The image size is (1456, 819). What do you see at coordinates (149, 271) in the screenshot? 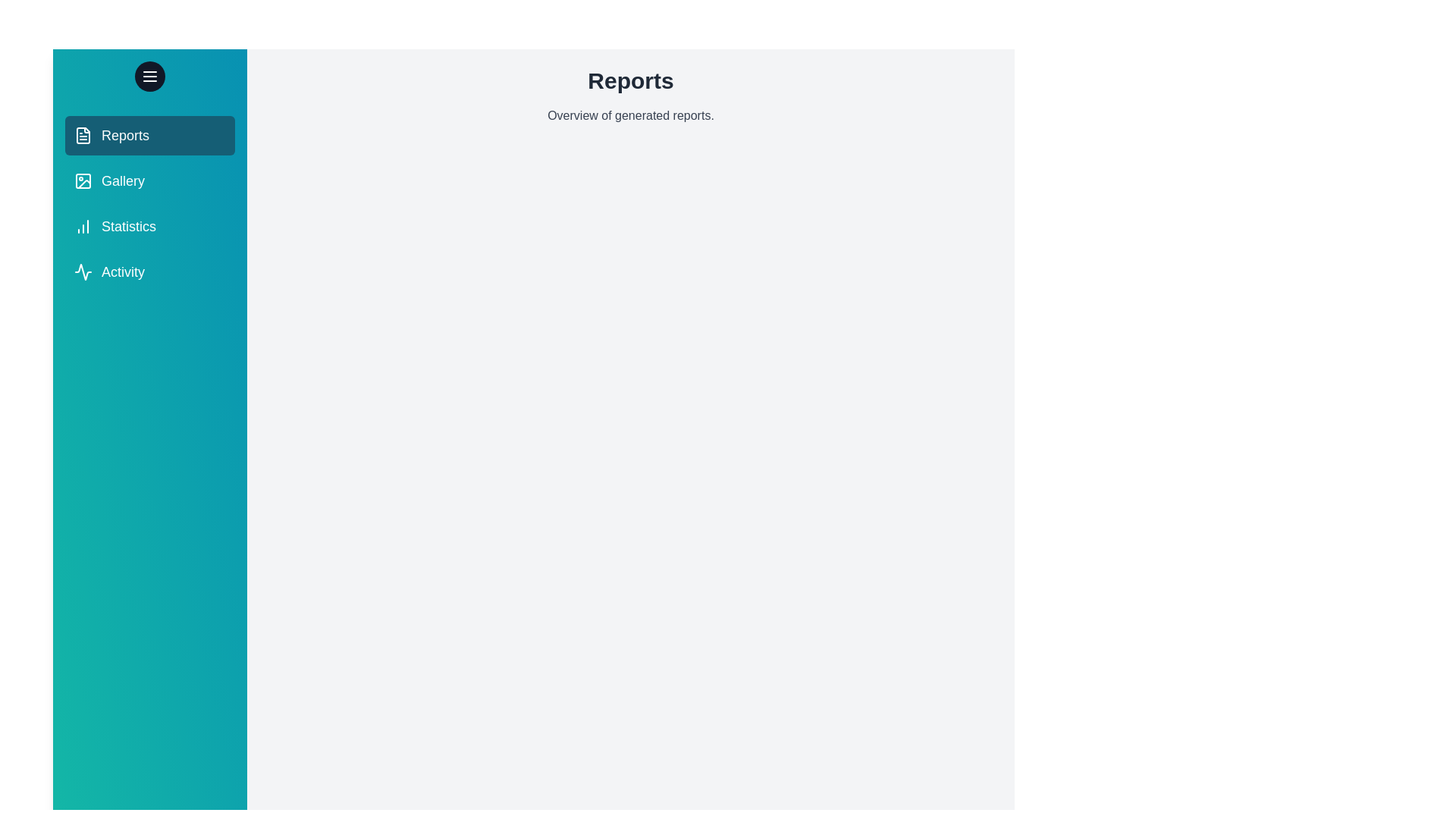
I see `the tab labeled Activity from the drawer menu` at bounding box center [149, 271].